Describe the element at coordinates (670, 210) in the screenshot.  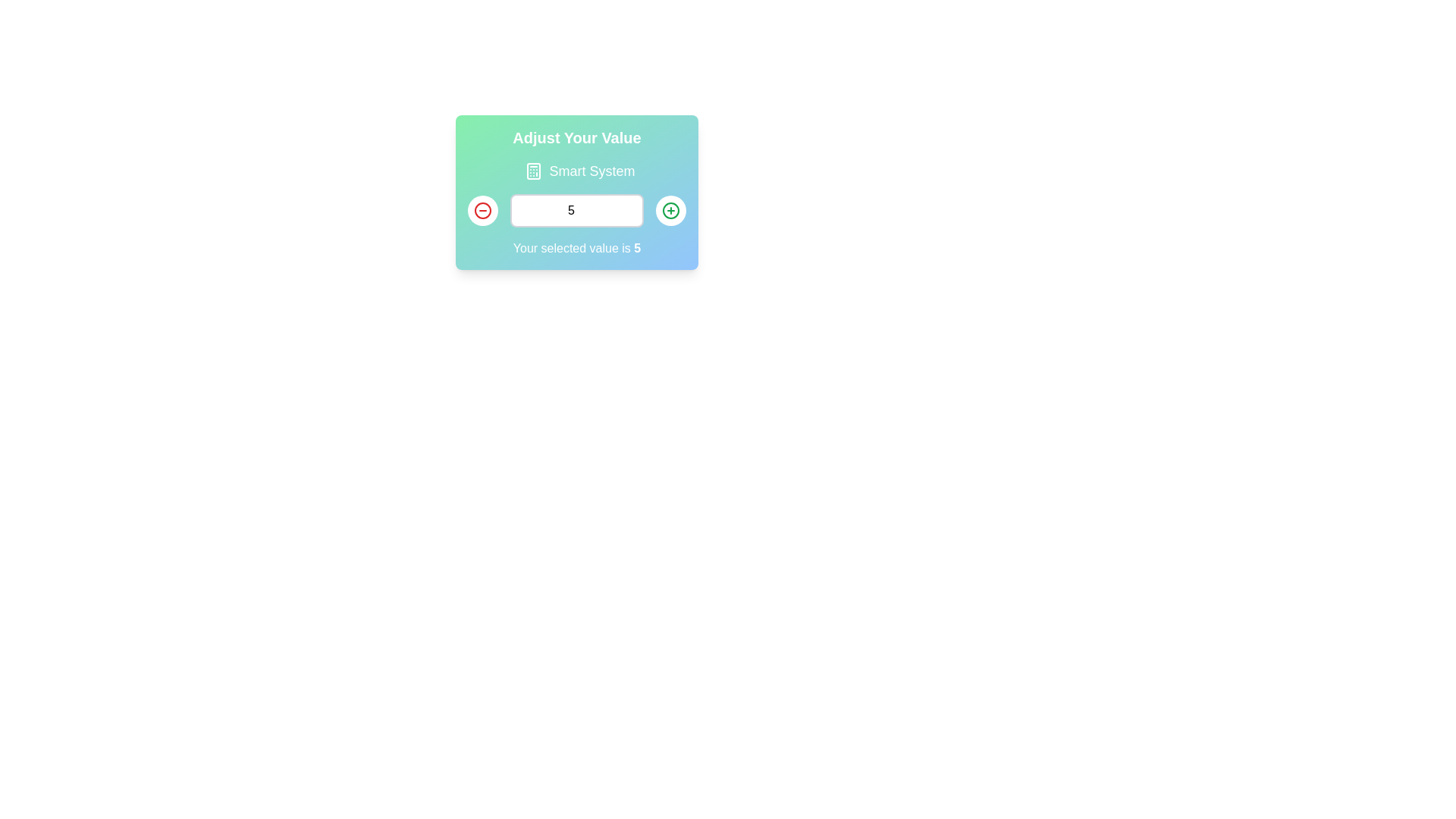
I see `the circular boundary of the plus-circle icon, which is part of the control for adding or increasing values` at that location.